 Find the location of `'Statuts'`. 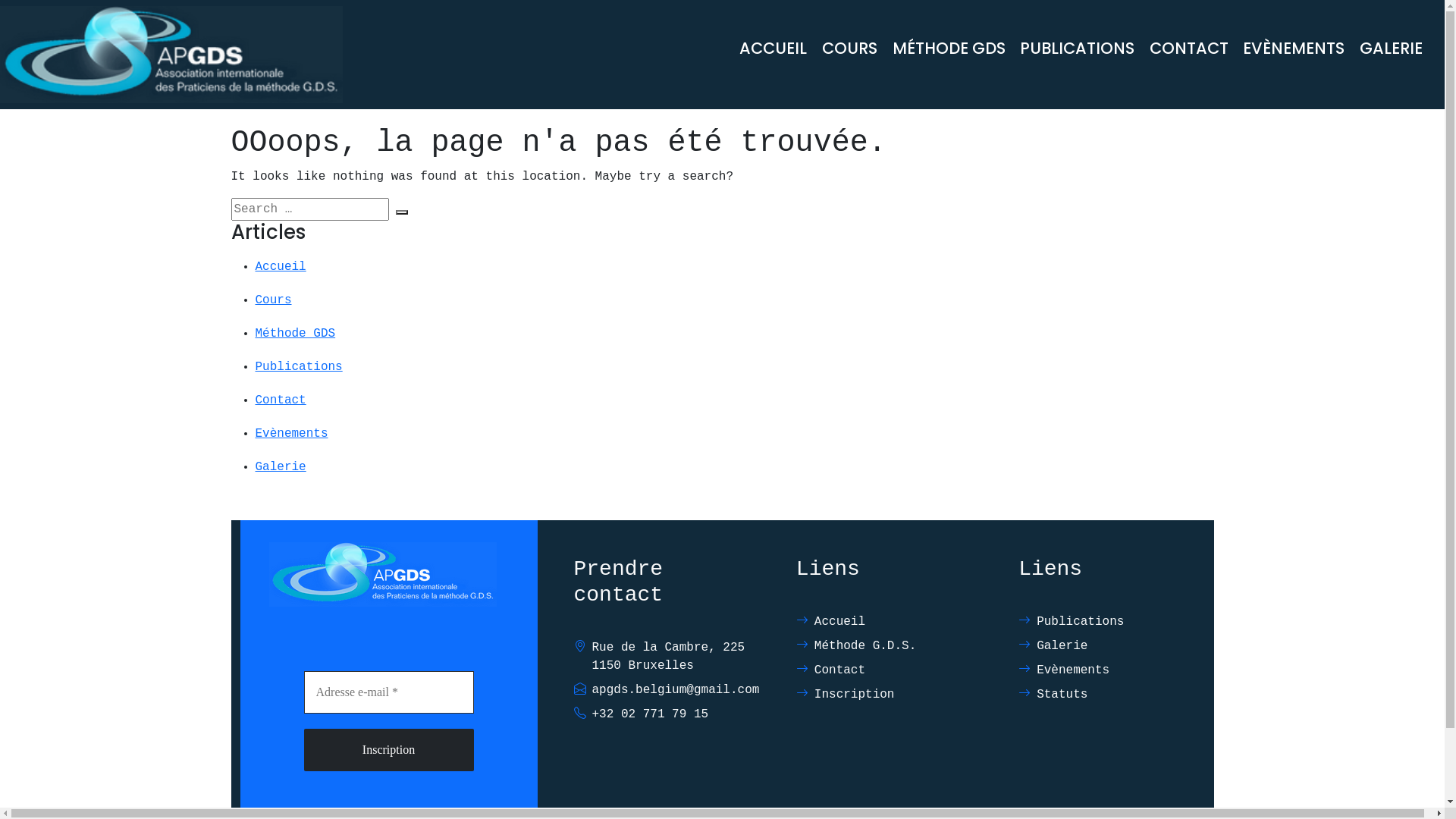

'Statuts' is located at coordinates (1111, 694).